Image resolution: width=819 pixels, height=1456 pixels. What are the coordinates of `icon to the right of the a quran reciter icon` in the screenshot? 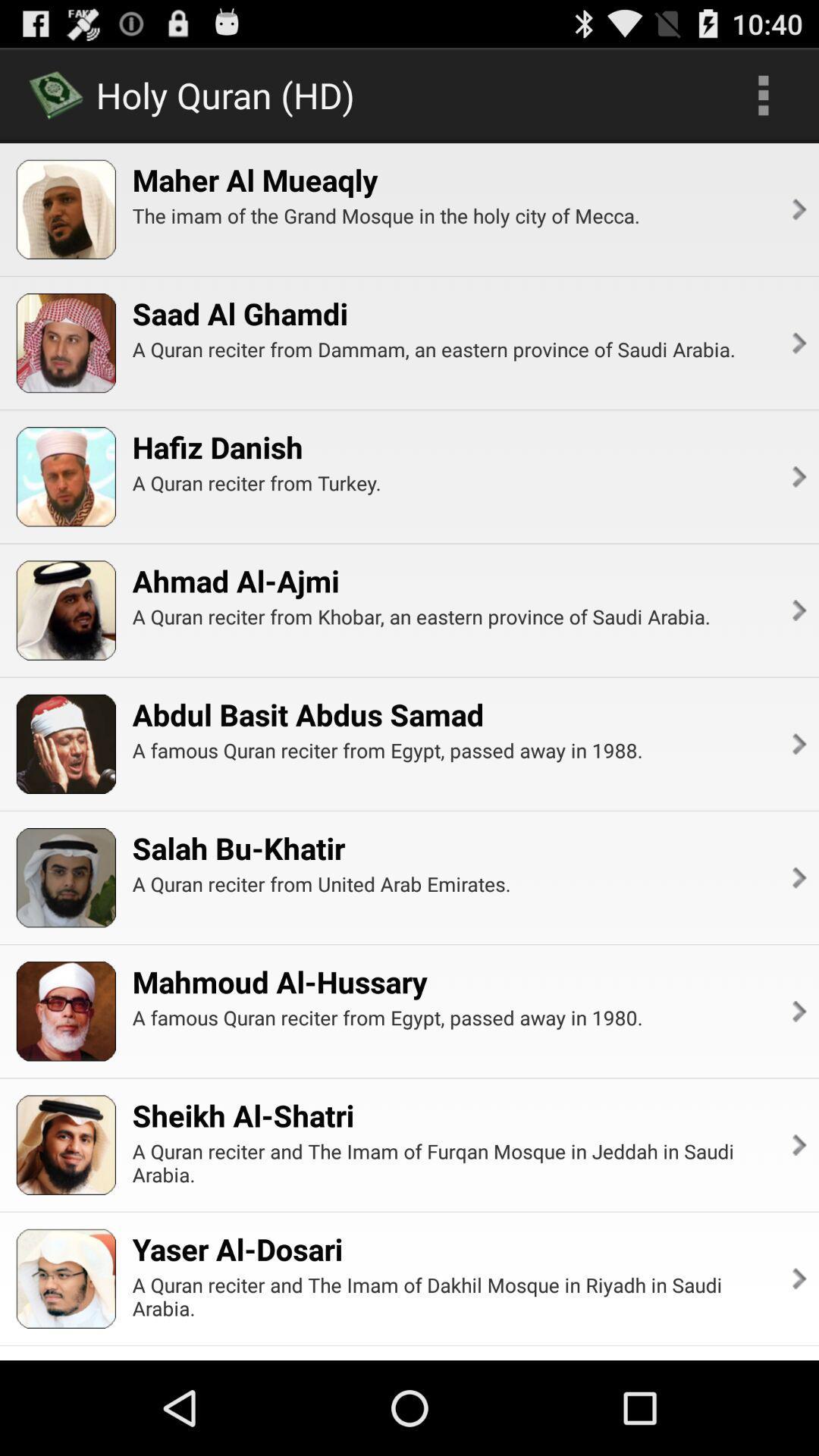 It's located at (797, 475).